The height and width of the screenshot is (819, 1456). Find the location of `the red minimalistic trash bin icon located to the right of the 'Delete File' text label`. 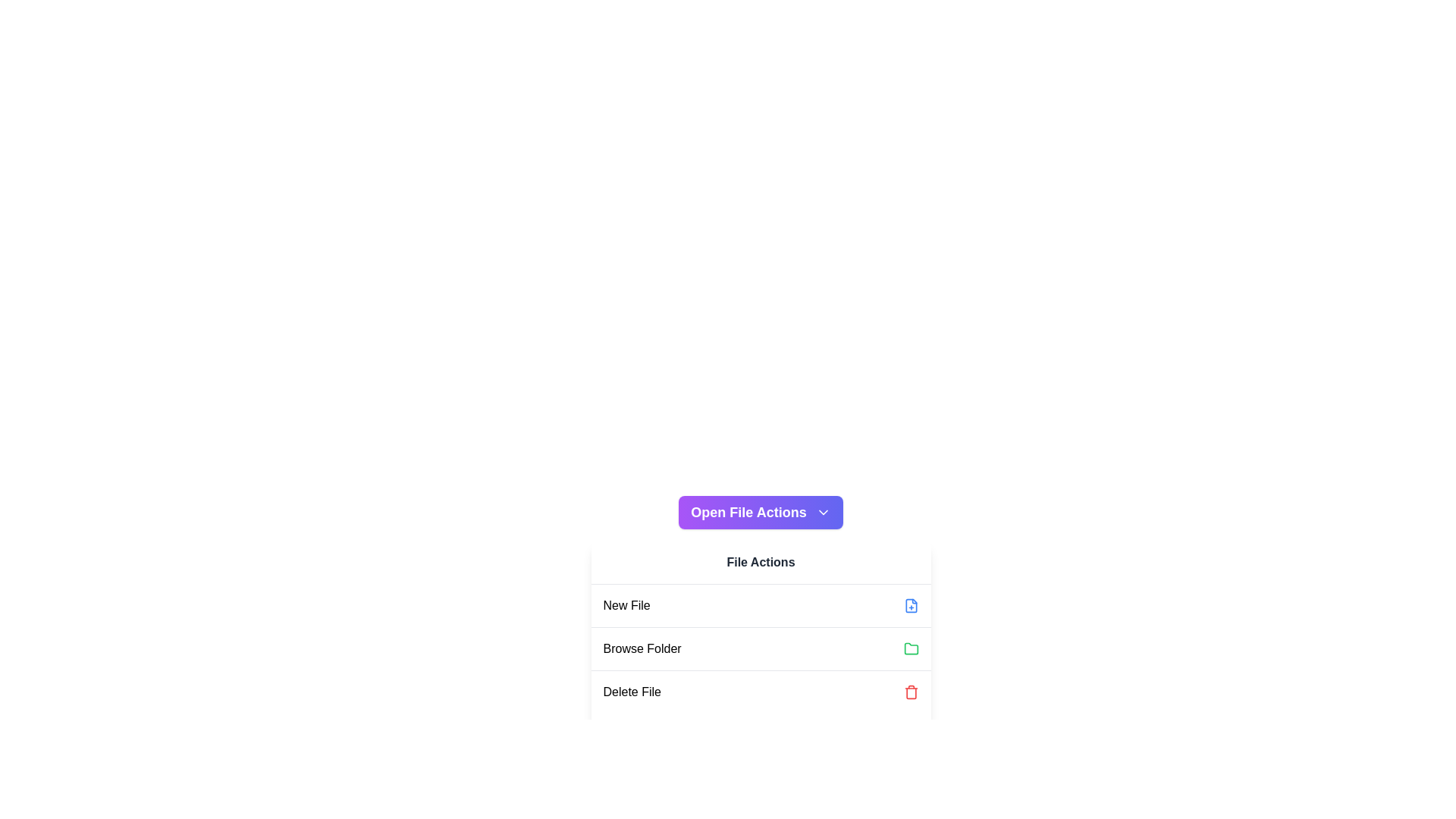

the red minimalistic trash bin icon located to the right of the 'Delete File' text label is located at coordinates (910, 692).